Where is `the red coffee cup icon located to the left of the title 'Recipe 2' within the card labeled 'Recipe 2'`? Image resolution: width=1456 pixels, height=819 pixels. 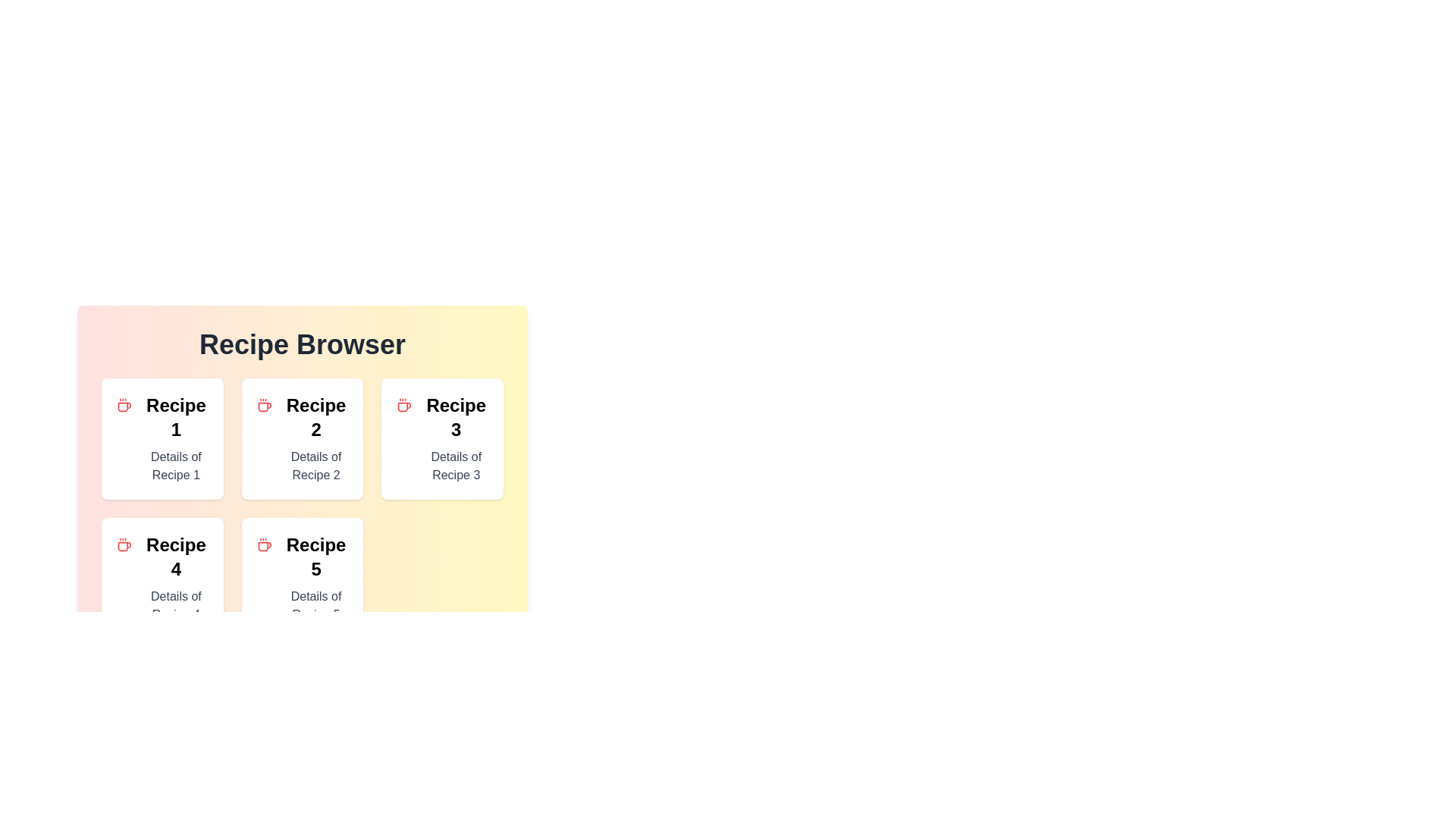 the red coffee cup icon located to the left of the title 'Recipe 2' within the card labeled 'Recipe 2' is located at coordinates (264, 405).